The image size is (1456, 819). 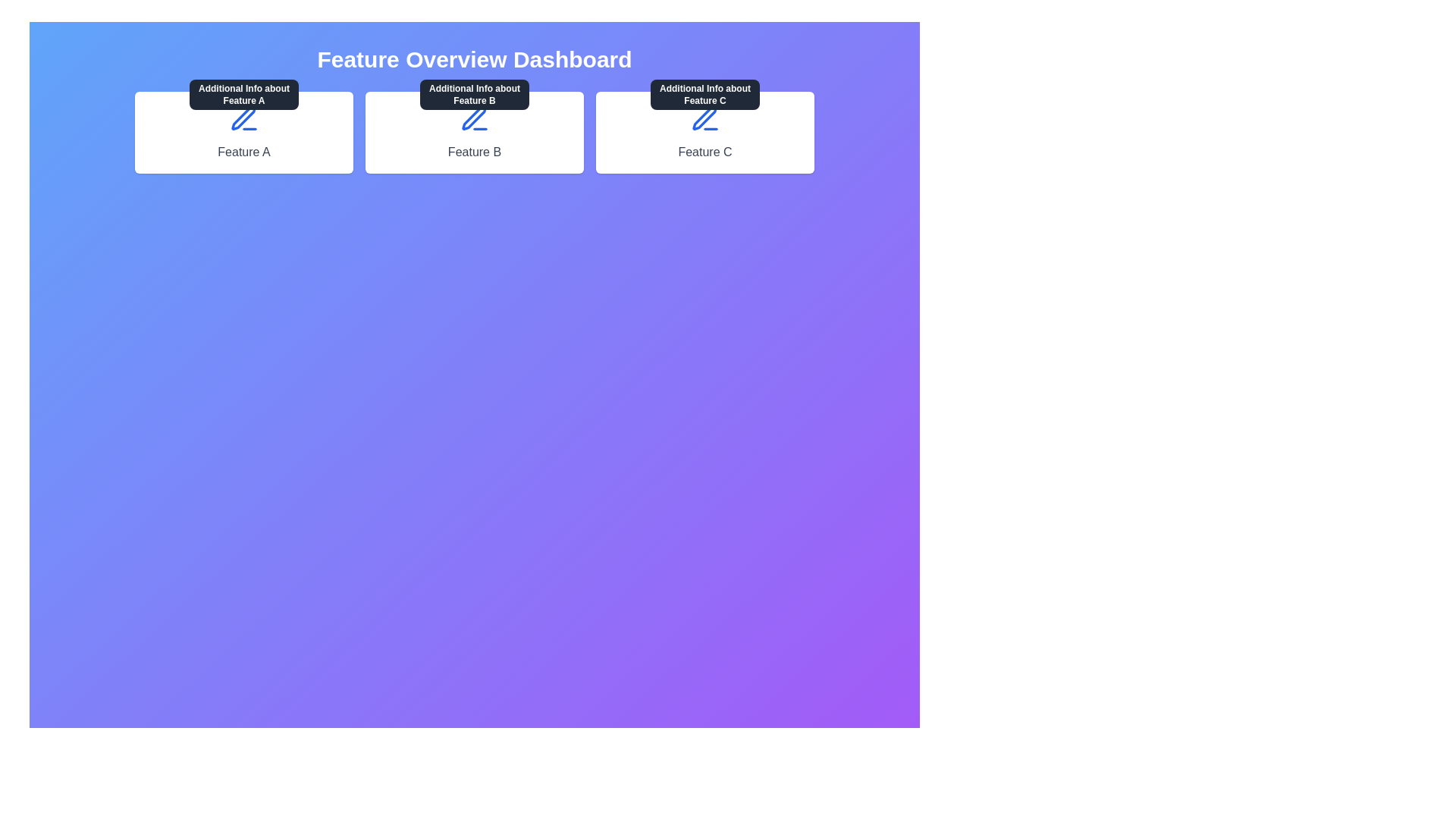 What do you see at coordinates (243, 118) in the screenshot?
I see `the blue pen icon located under the label 'Additional Info about Feature A' in the first card from the left on the top row` at bounding box center [243, 118].